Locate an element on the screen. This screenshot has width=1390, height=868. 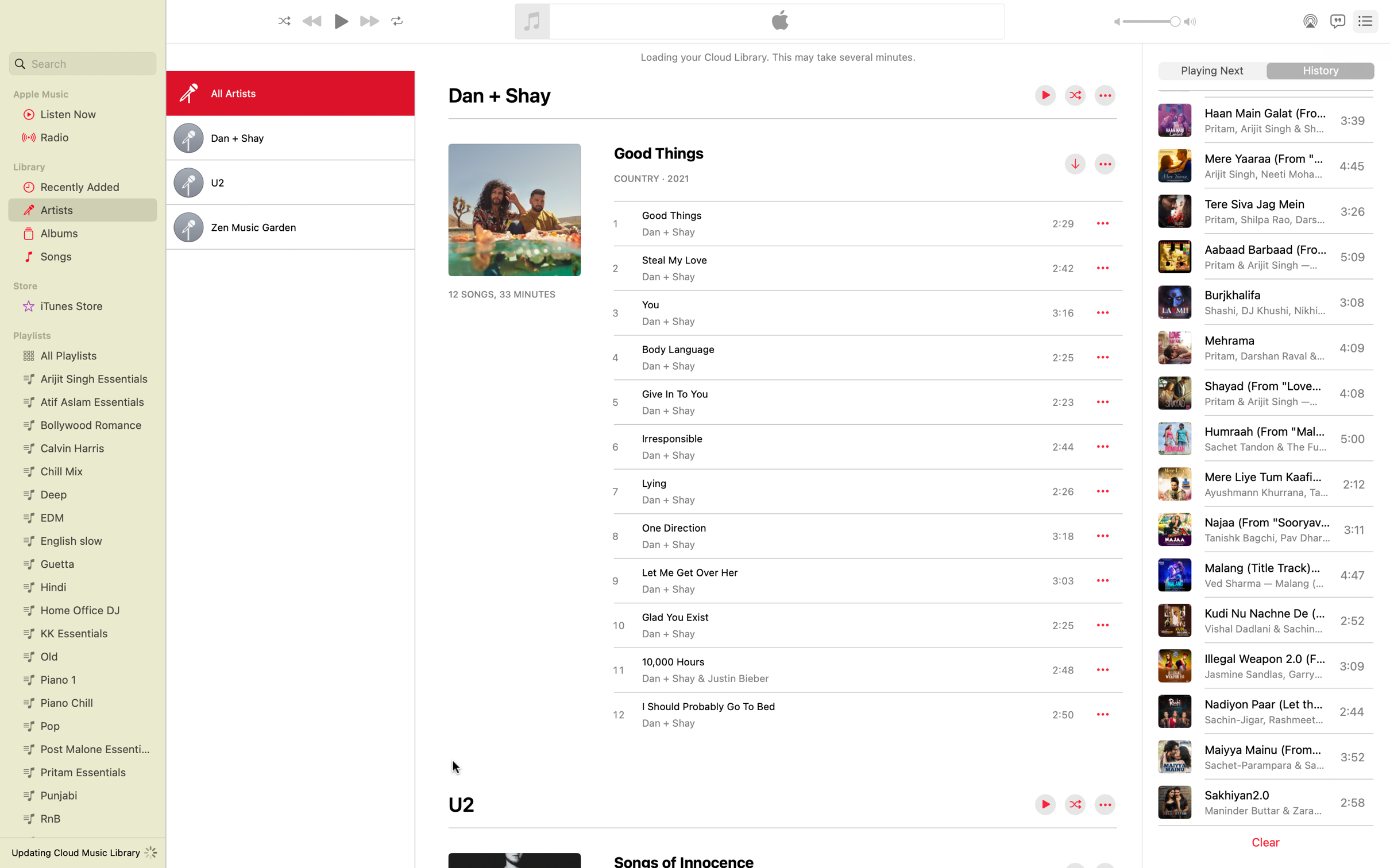
the track record of all played songs is located at coordinates (1320, 71).